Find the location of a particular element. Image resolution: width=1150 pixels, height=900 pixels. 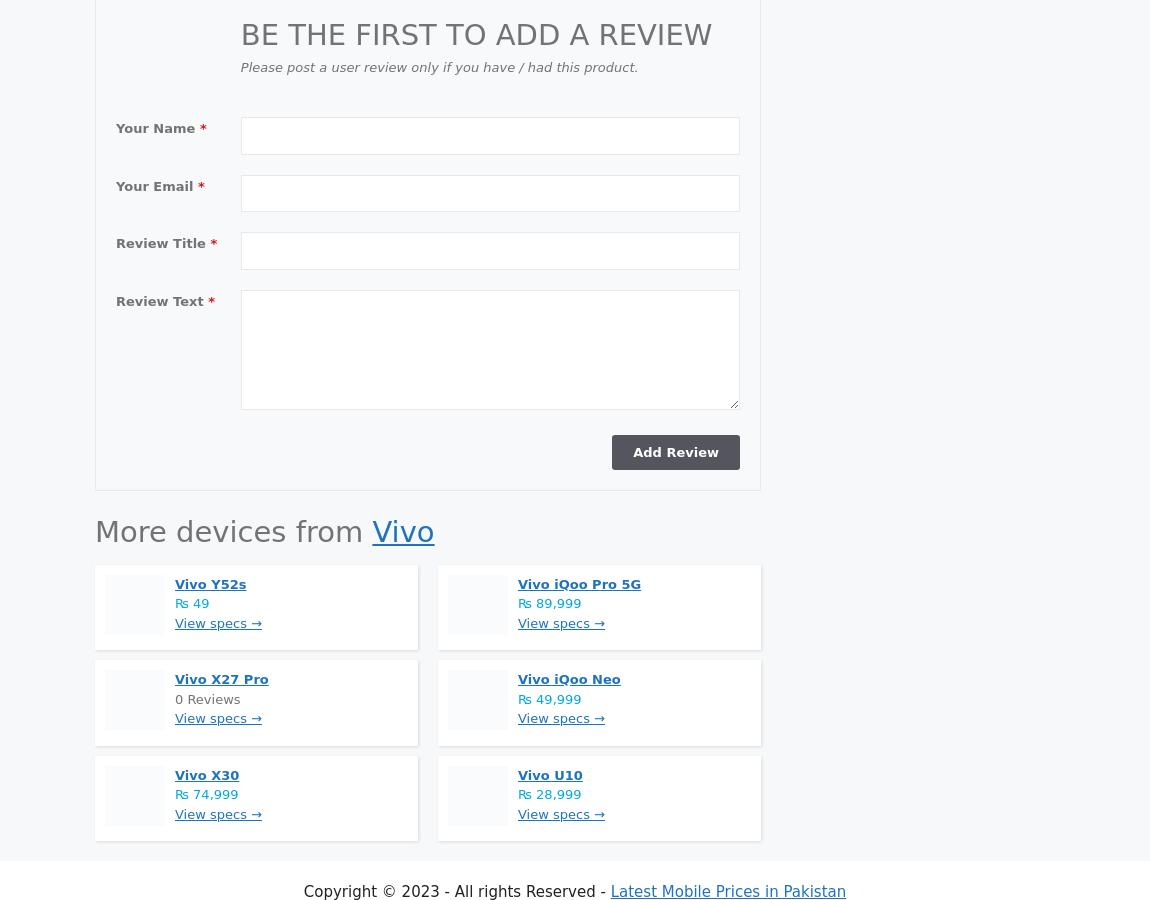

'Vivo iQoo Neo' is located at coordinates (569, 678).